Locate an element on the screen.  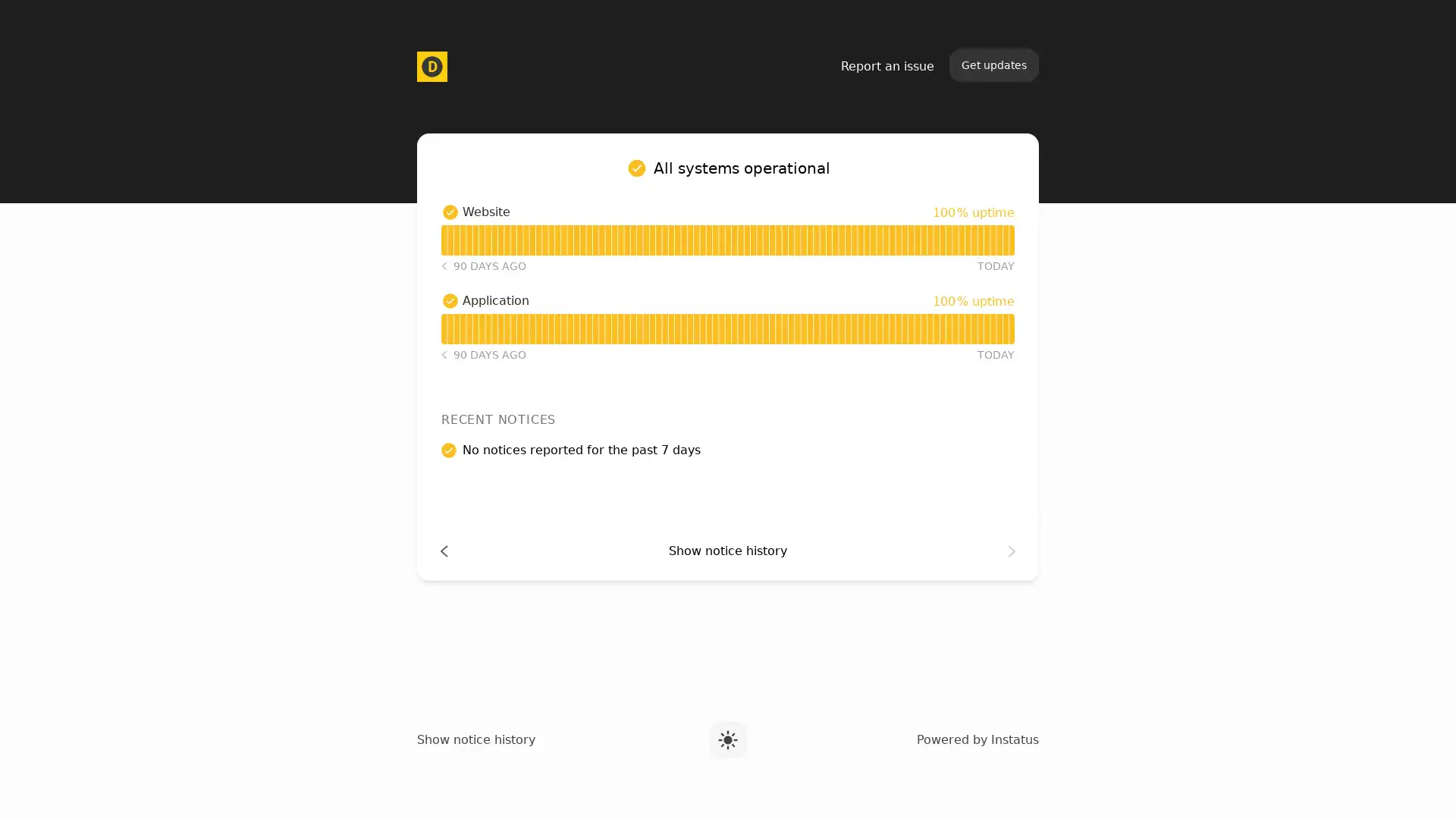
Use dark mode is located at coordinates (726, 739).